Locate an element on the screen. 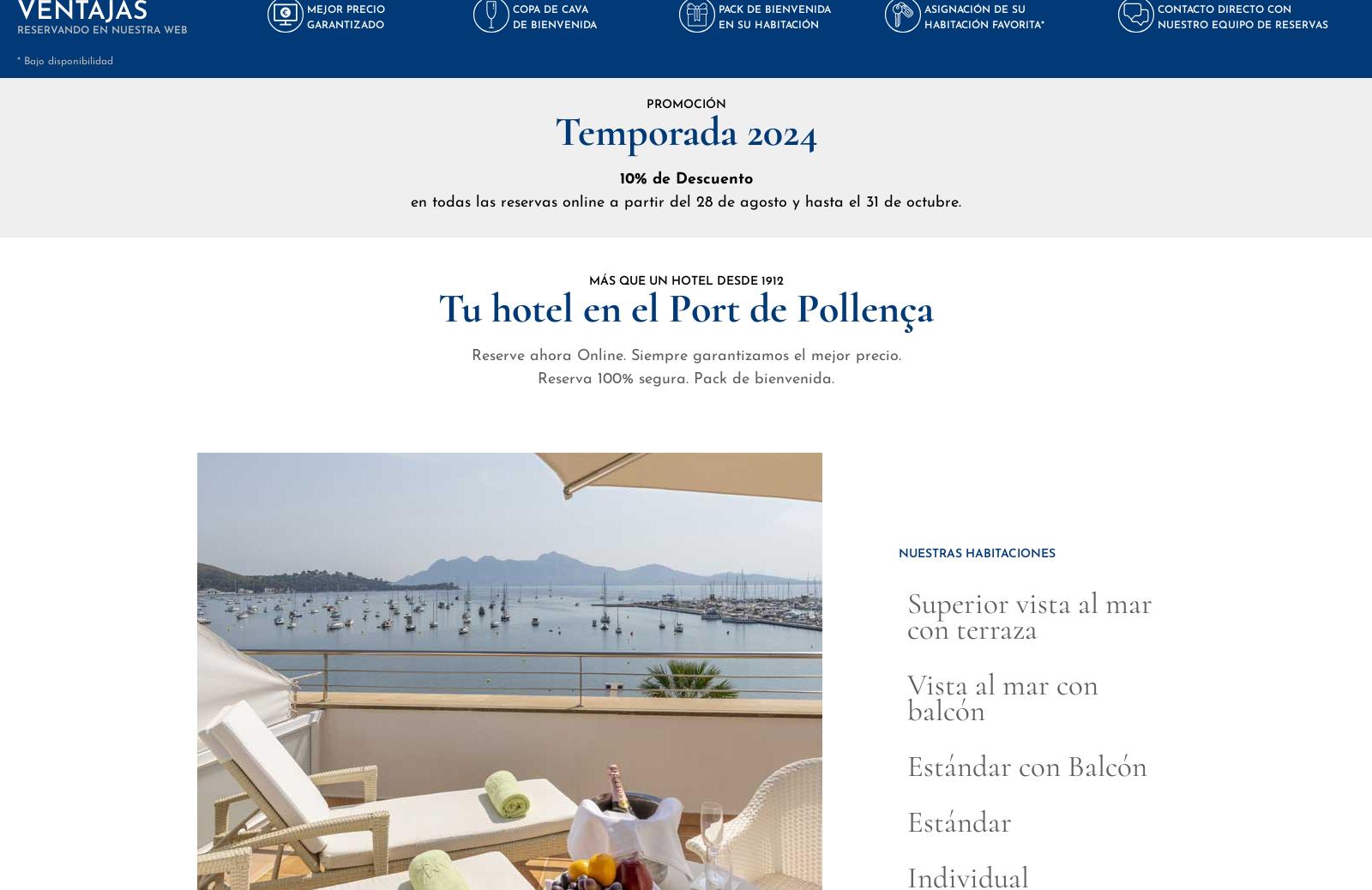 The image size is (1372, 890). 'COPA DE CAVA' is located at coordinates (550, 9).